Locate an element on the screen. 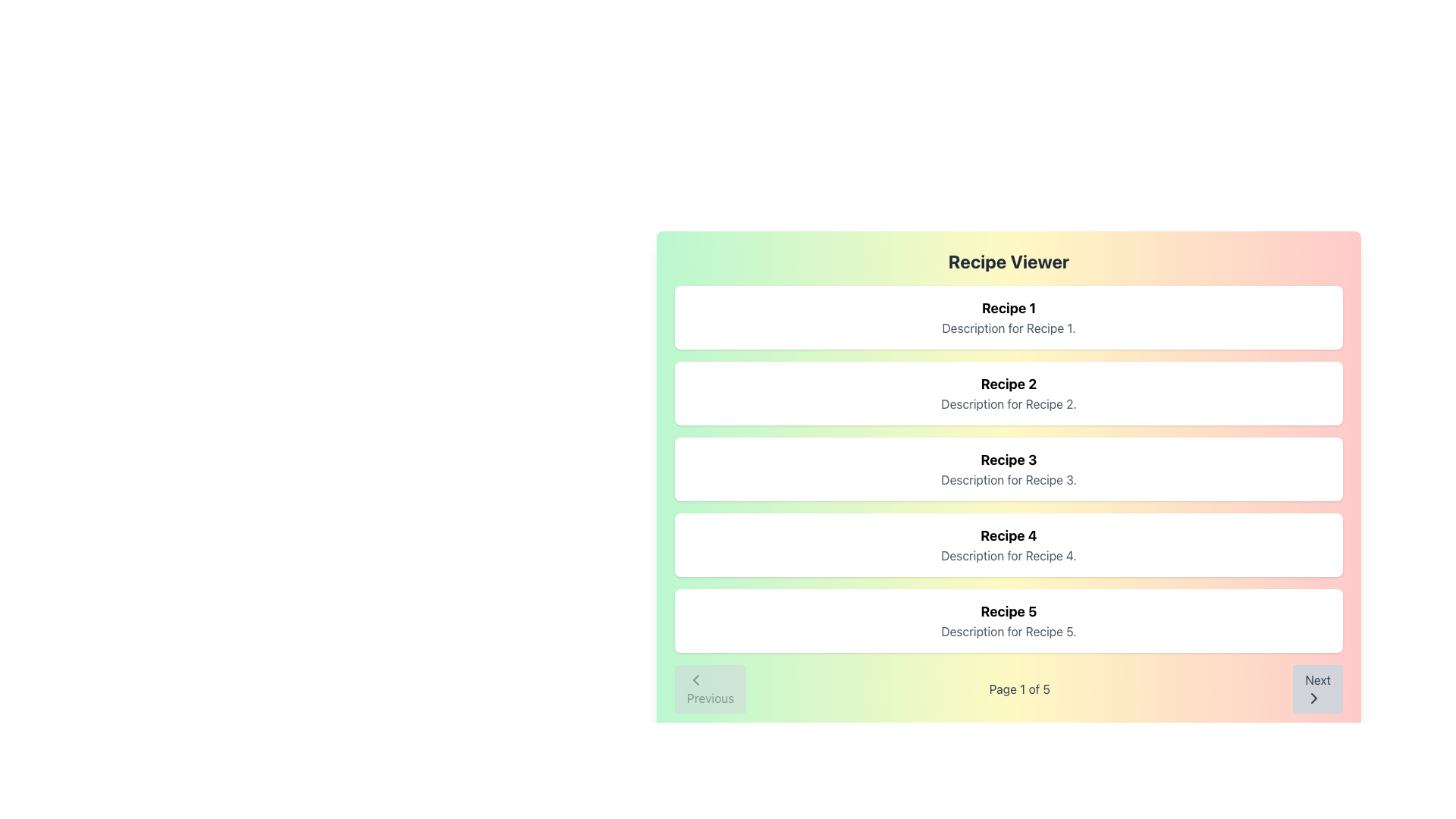  the 'Next' icon located at the bottom-right corner under the recipe list, which represents pagination advancement is located at coordinates (1313, 698).